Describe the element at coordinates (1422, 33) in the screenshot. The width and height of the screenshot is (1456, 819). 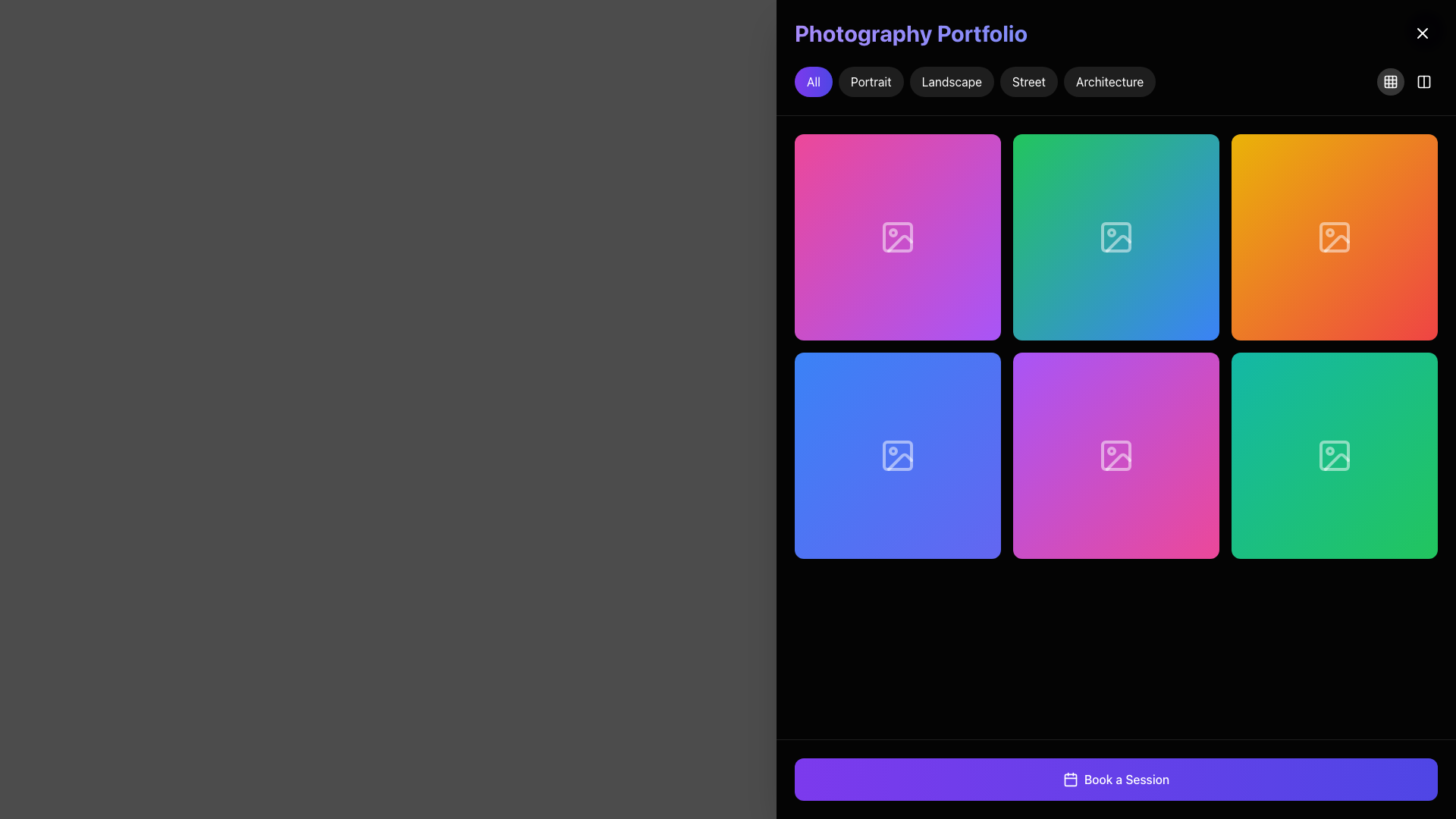
I see `the circular button with an 'X' icon located in the top-right corner of the interface` at that location.